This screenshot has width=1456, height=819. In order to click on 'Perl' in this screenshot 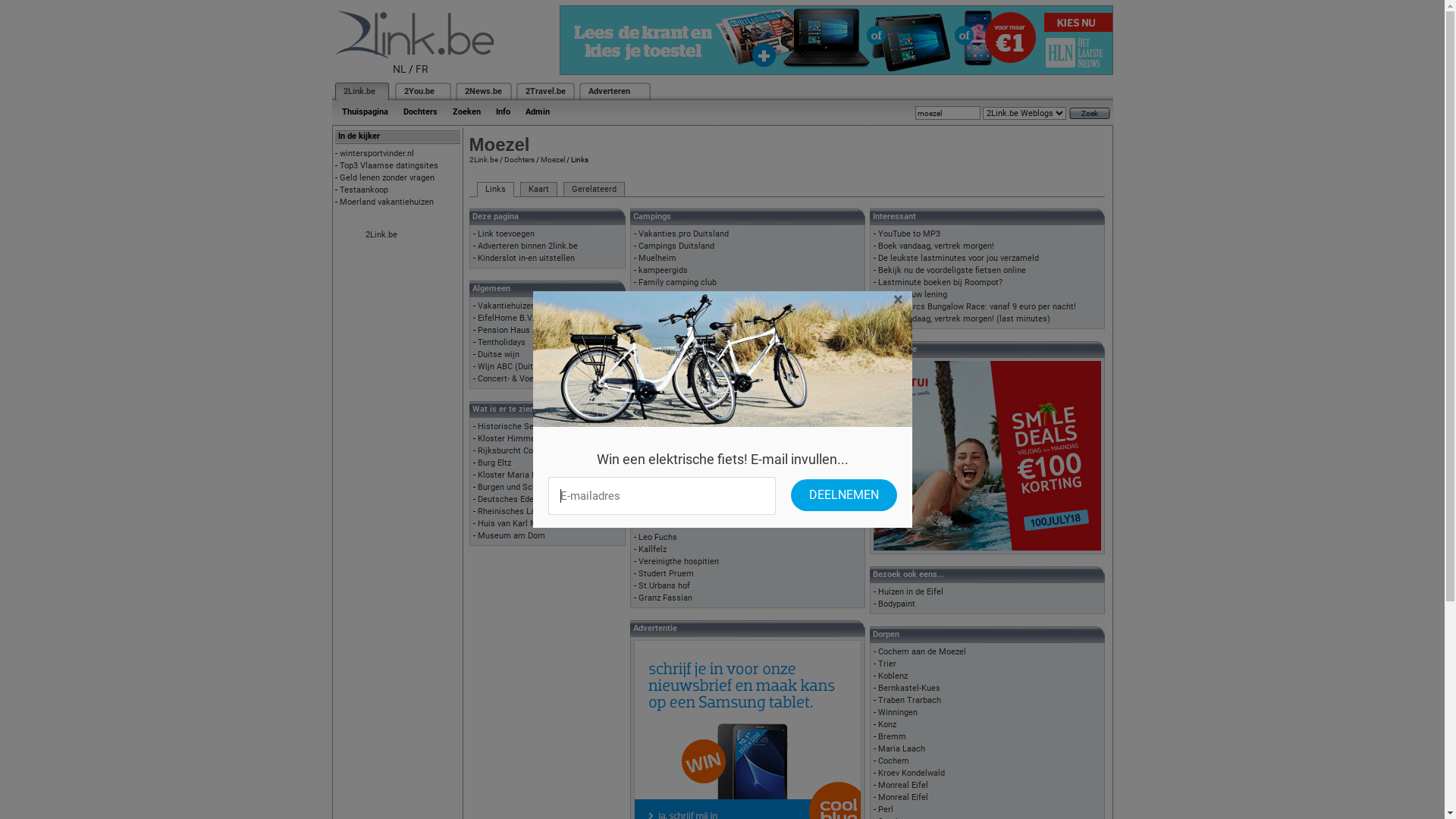, I will do `click(885, 808)`.